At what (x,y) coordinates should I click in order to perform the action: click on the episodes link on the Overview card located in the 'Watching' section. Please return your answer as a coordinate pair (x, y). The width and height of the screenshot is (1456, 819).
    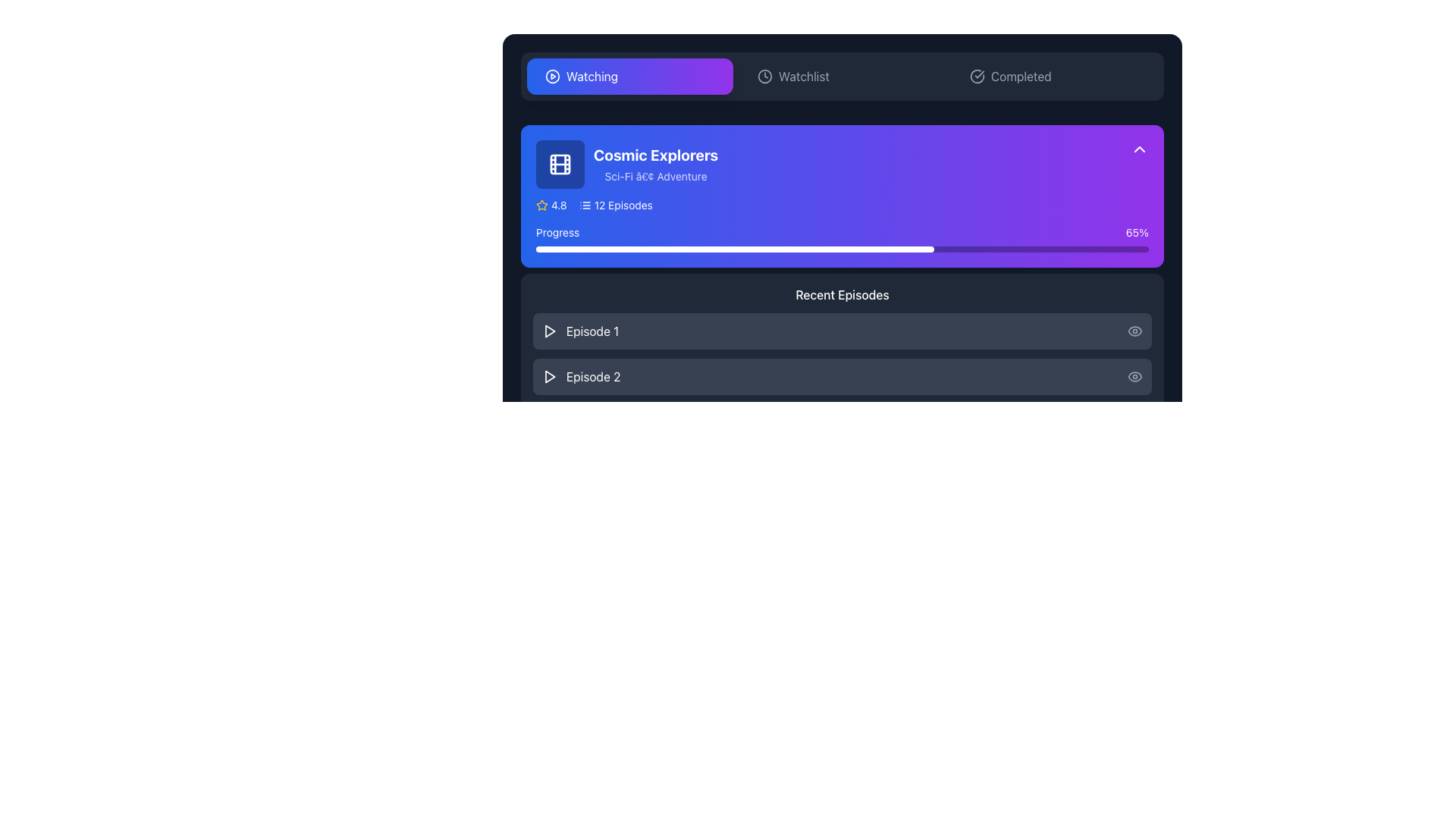
    Looking at the image, I should click on (833, 175).